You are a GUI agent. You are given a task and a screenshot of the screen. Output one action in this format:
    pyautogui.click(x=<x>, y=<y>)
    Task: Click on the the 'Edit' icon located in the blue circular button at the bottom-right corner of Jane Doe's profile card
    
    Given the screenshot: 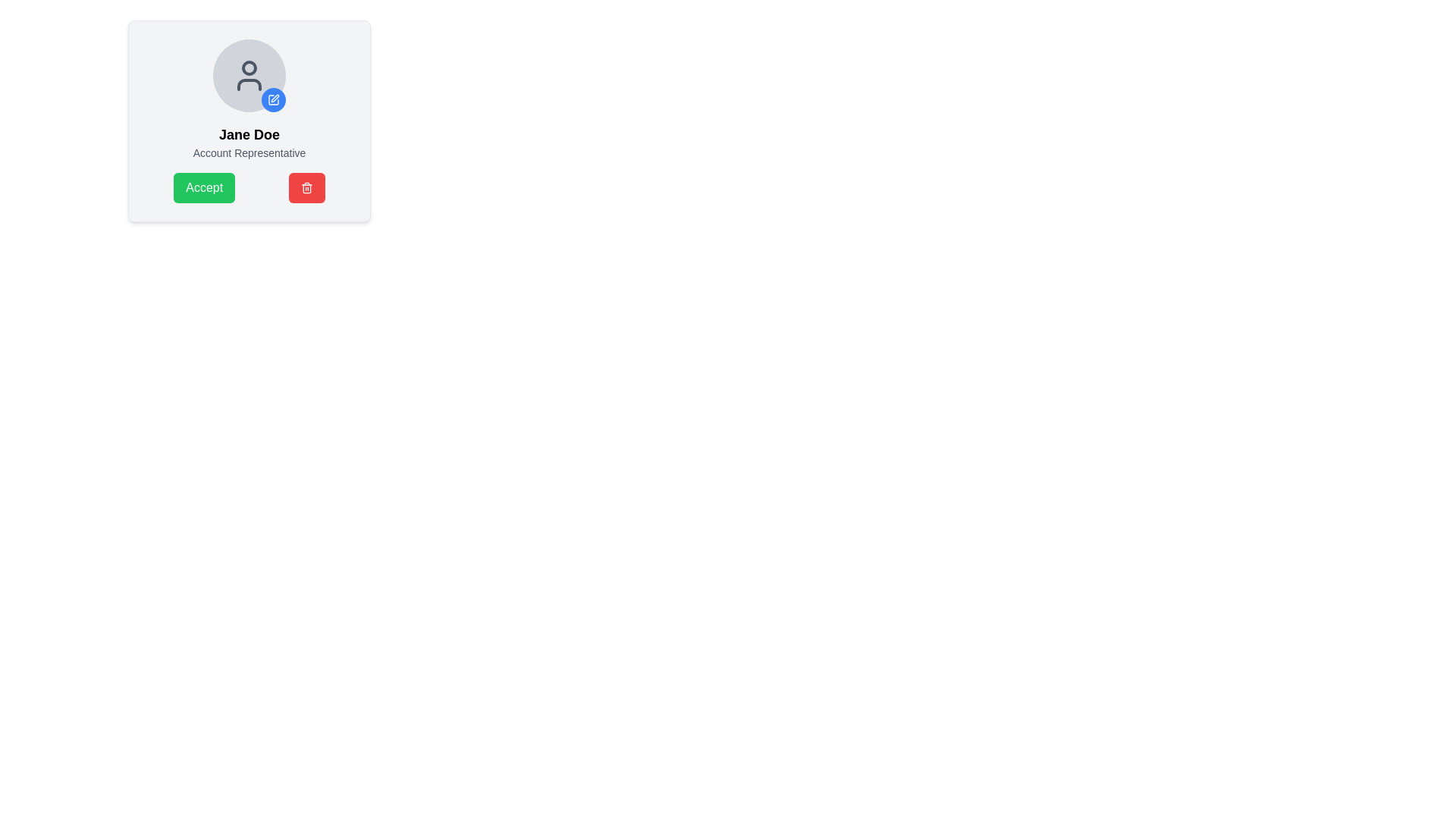 What is the action you would take?
    pyautogui.click(x=273, y=99)
    